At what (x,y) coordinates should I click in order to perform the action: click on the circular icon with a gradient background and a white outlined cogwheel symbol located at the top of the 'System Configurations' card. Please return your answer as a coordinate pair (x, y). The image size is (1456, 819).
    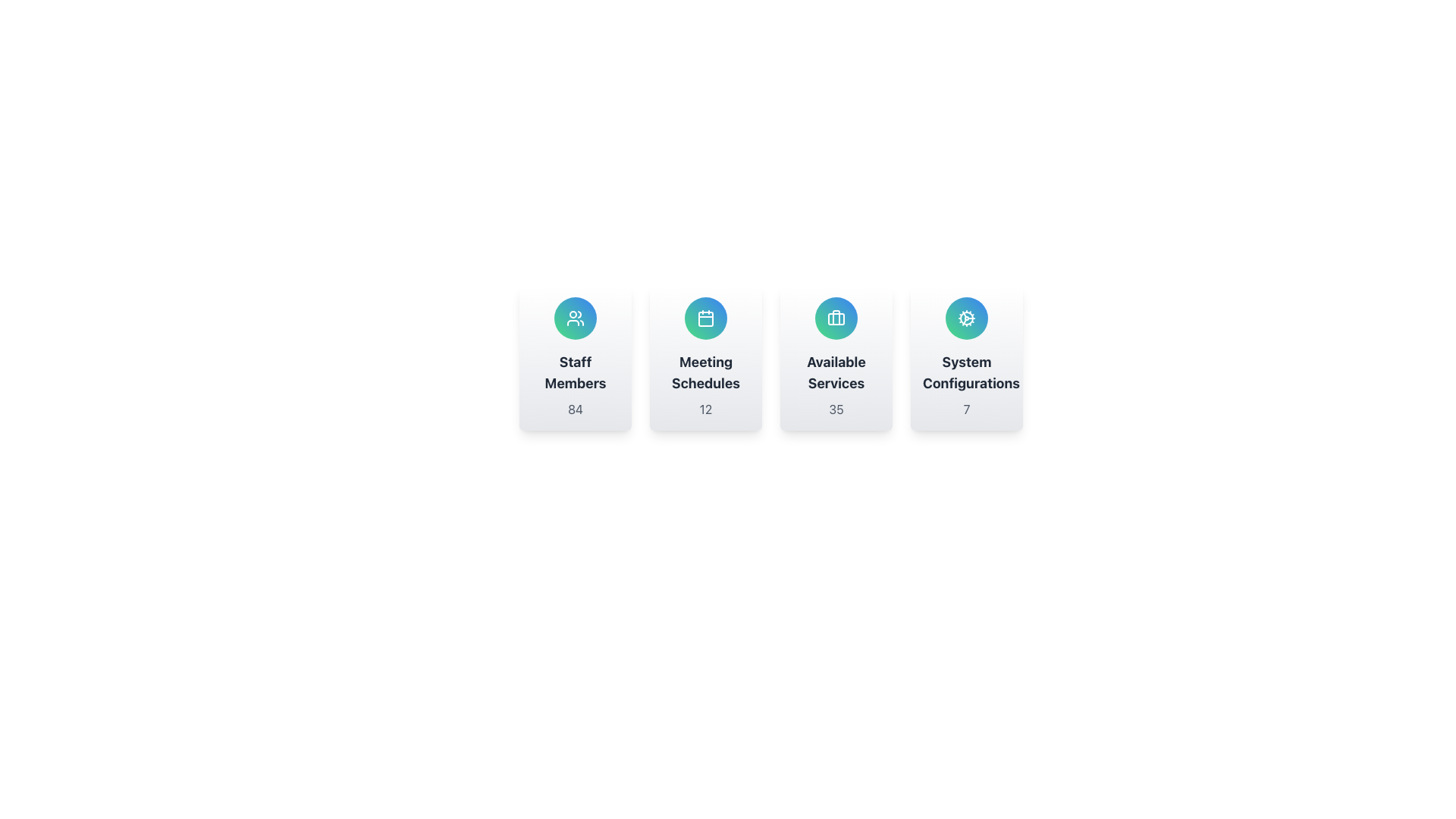
    Looking at the image, I should click on (966, 318).